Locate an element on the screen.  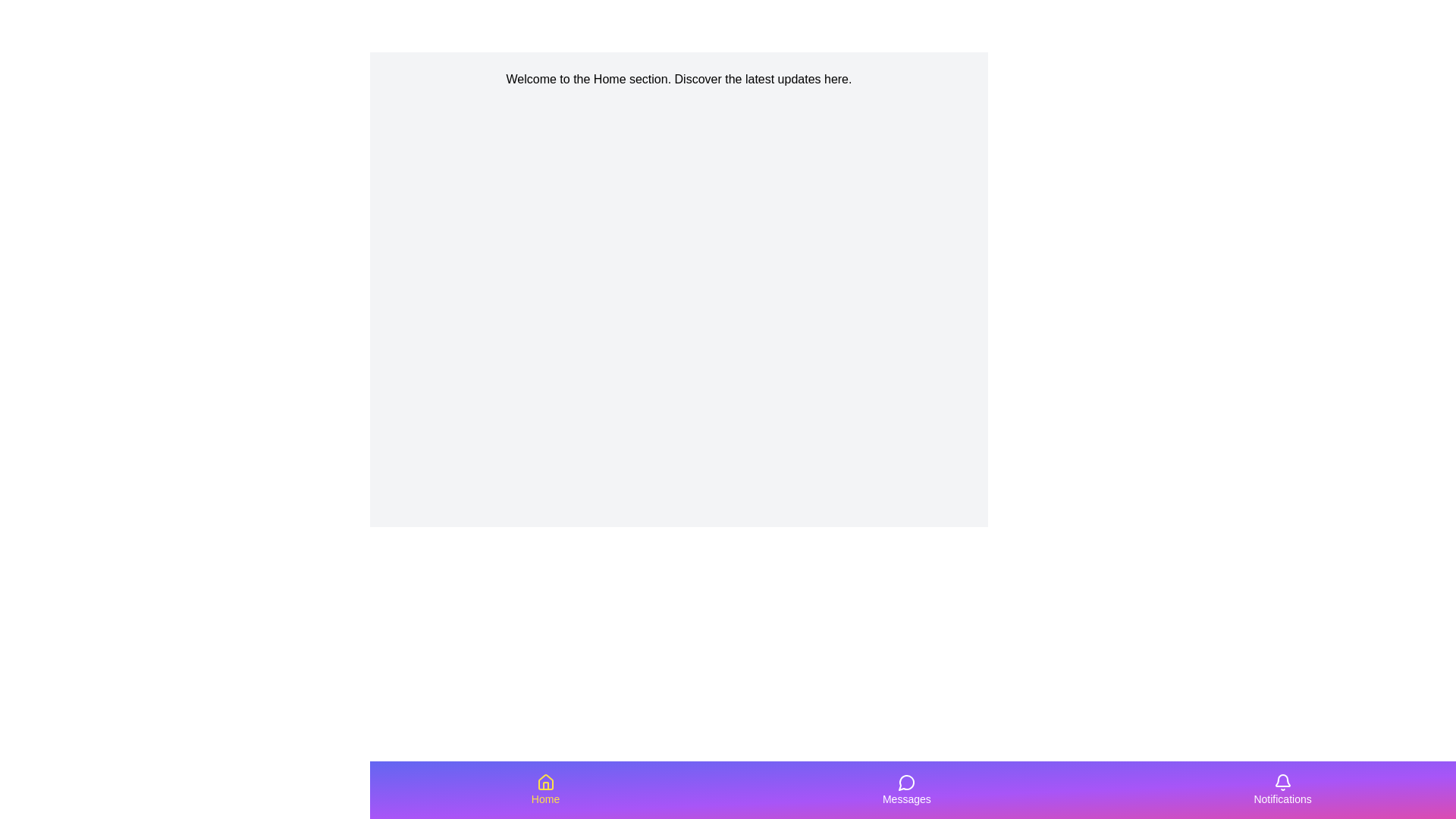
the 'Notifications' text label, which is the rightmost element in the bottom navigation bar is located at coordinates (1282, 798).